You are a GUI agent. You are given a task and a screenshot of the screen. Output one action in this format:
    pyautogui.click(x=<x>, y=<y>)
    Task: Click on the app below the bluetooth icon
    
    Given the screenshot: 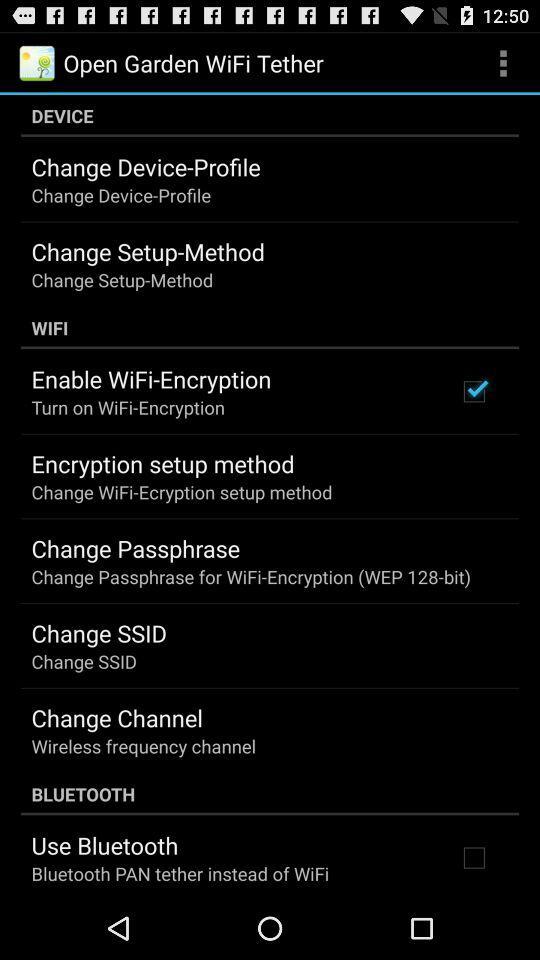 What is the action you would take?
    pyautogui.click(x=104, y=844)
    